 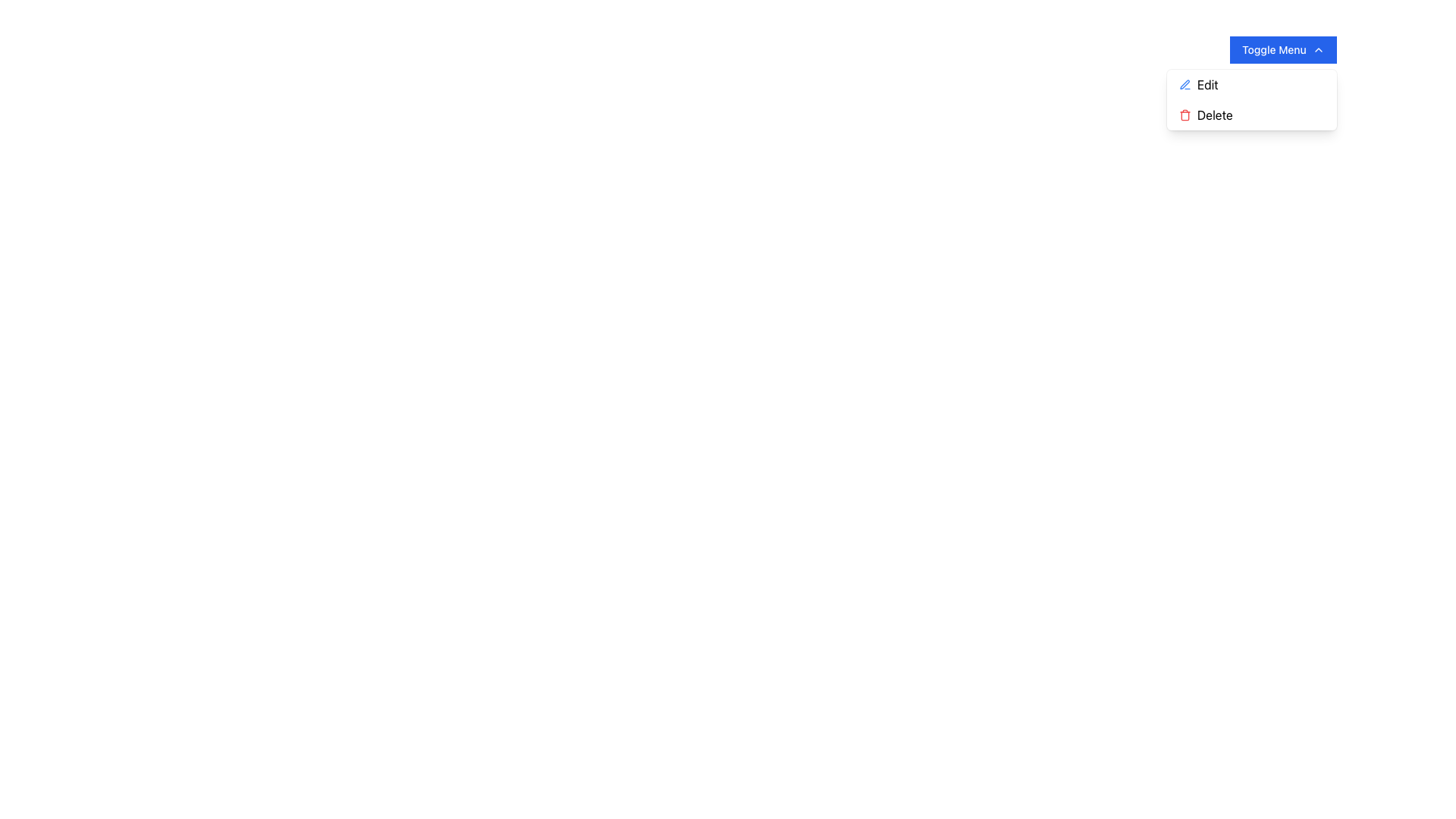 What do you see at coordinates (1251, 114) in the screenshot?
I see `the 'Delete' button in the dropdown menu, which is highlighted in red and contains a trash bin icon` at bounding box center [1251, 114].